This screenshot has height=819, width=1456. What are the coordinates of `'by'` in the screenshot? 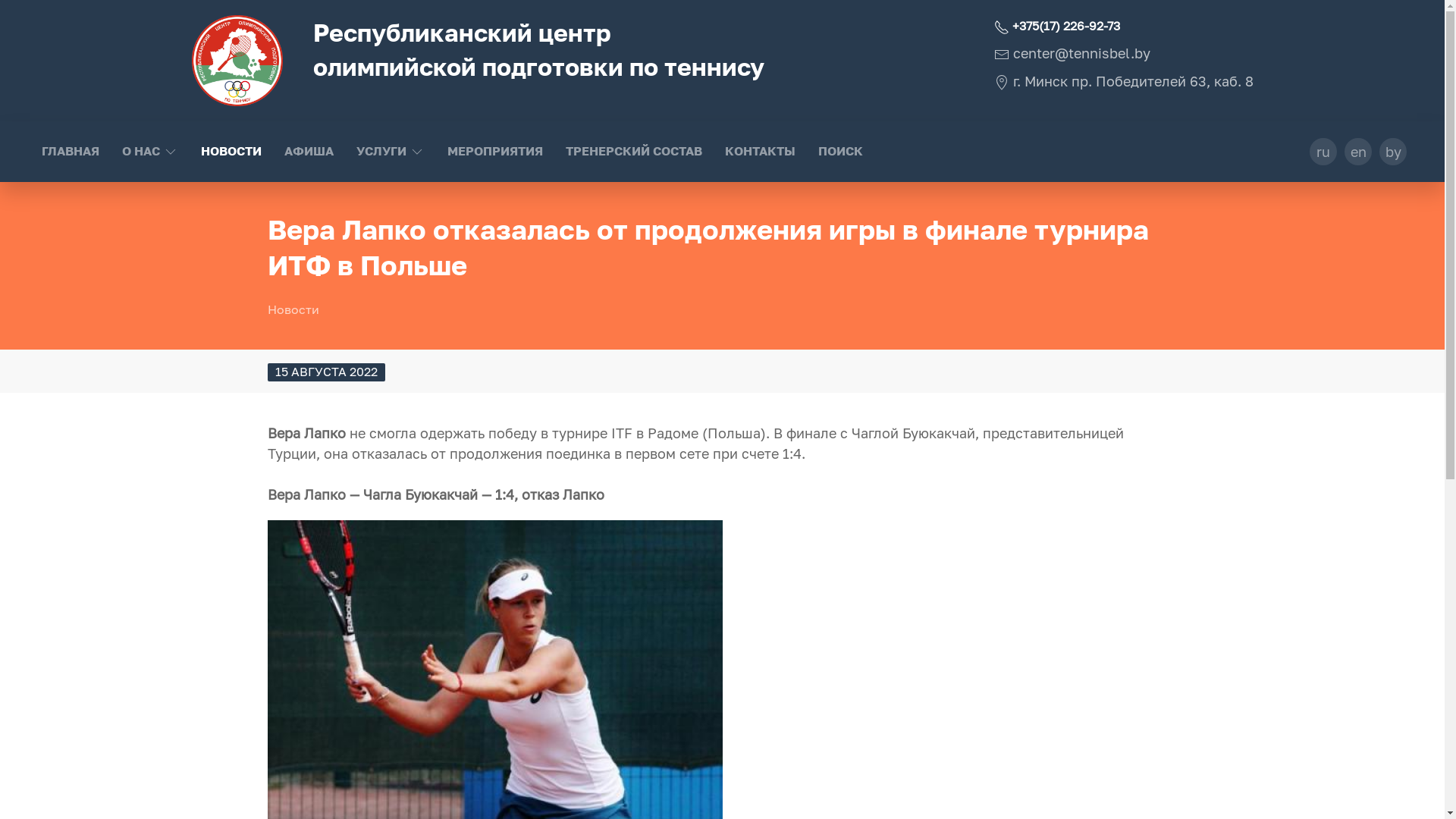 It's located at (1393, 152).